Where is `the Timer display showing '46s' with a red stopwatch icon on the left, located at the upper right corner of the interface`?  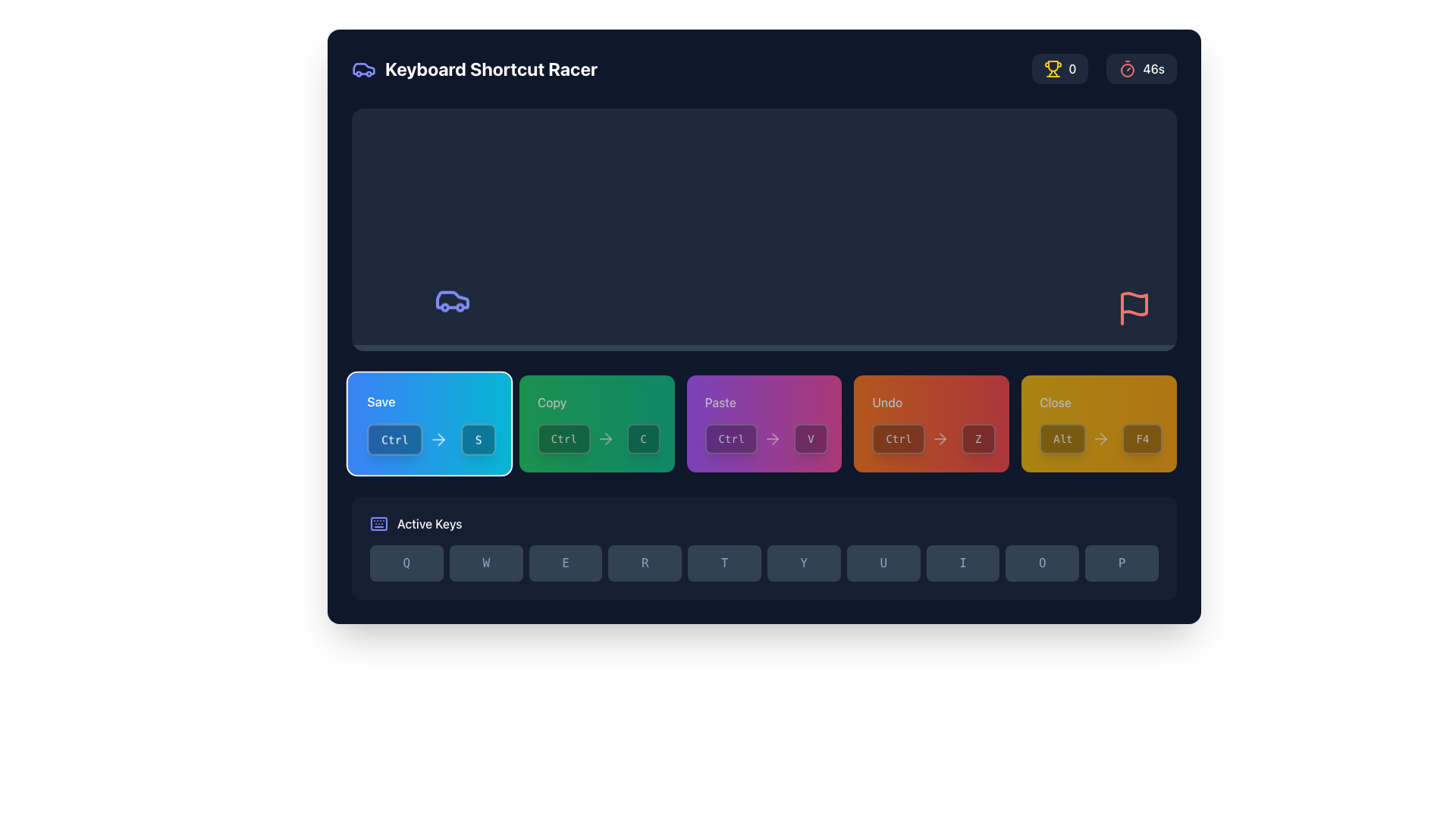
the Timer display showing '46s' with a red stopwatch icon on the left, located at the upper right corner of the interface is located at coordinates (1104, 69).